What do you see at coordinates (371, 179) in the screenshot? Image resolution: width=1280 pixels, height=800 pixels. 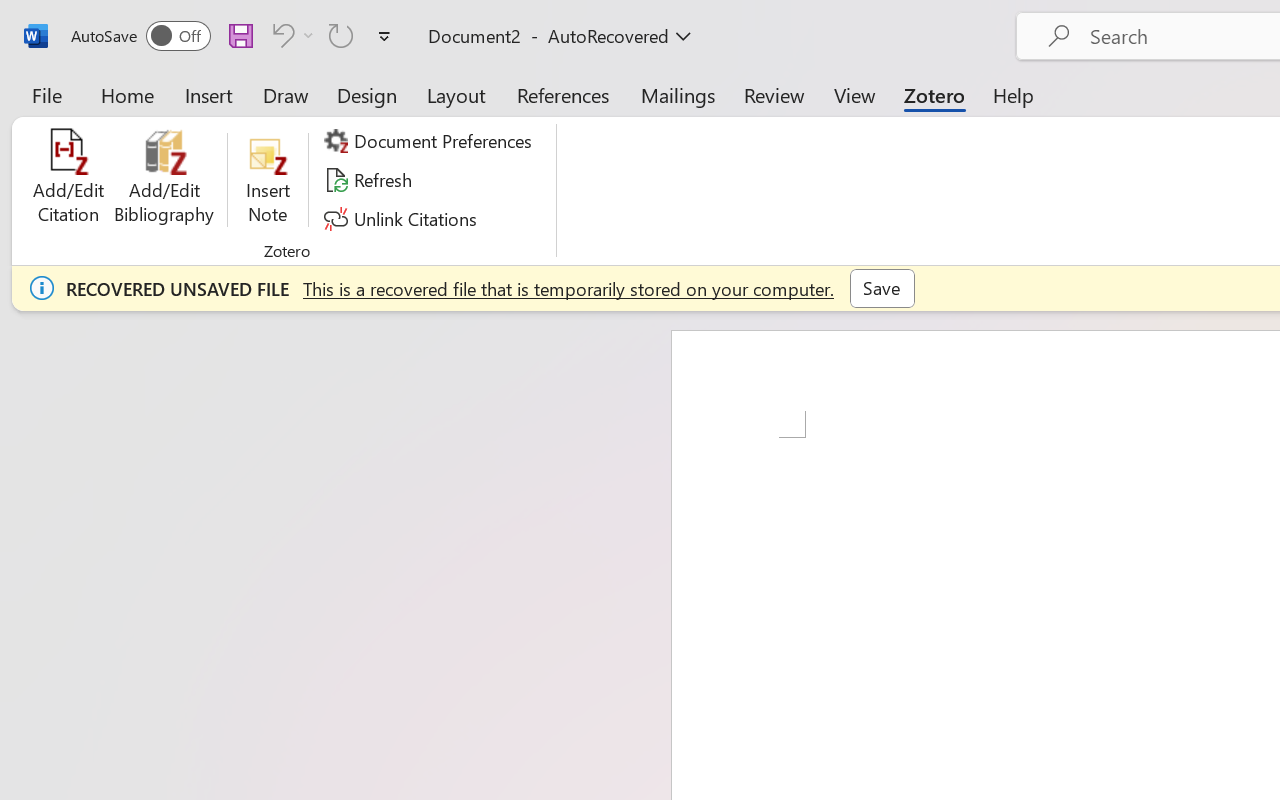 I see `'Refresh'` at bounding box center [371, 179].